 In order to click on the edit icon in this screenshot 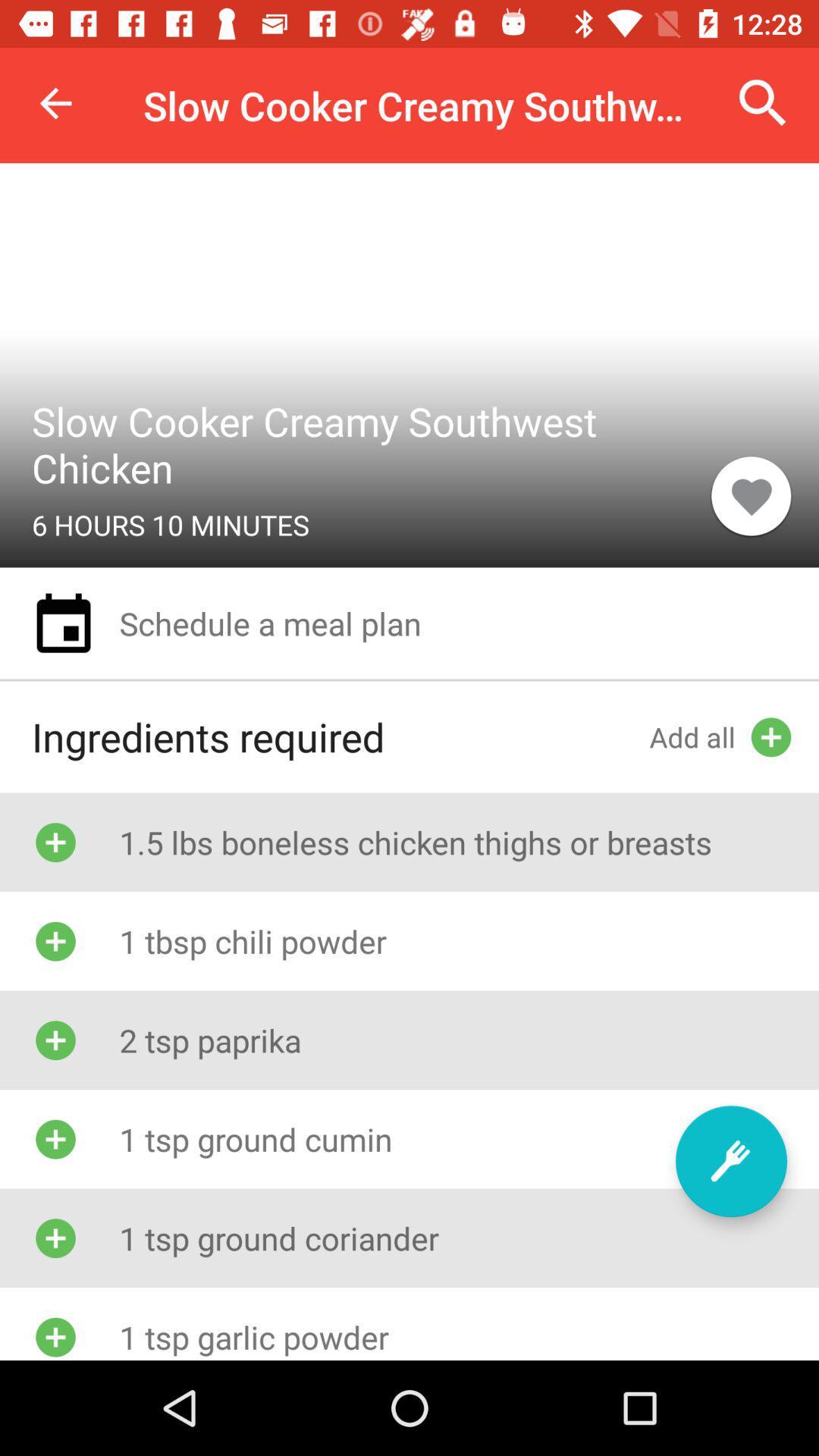, I will do `click(730, 1160)`.